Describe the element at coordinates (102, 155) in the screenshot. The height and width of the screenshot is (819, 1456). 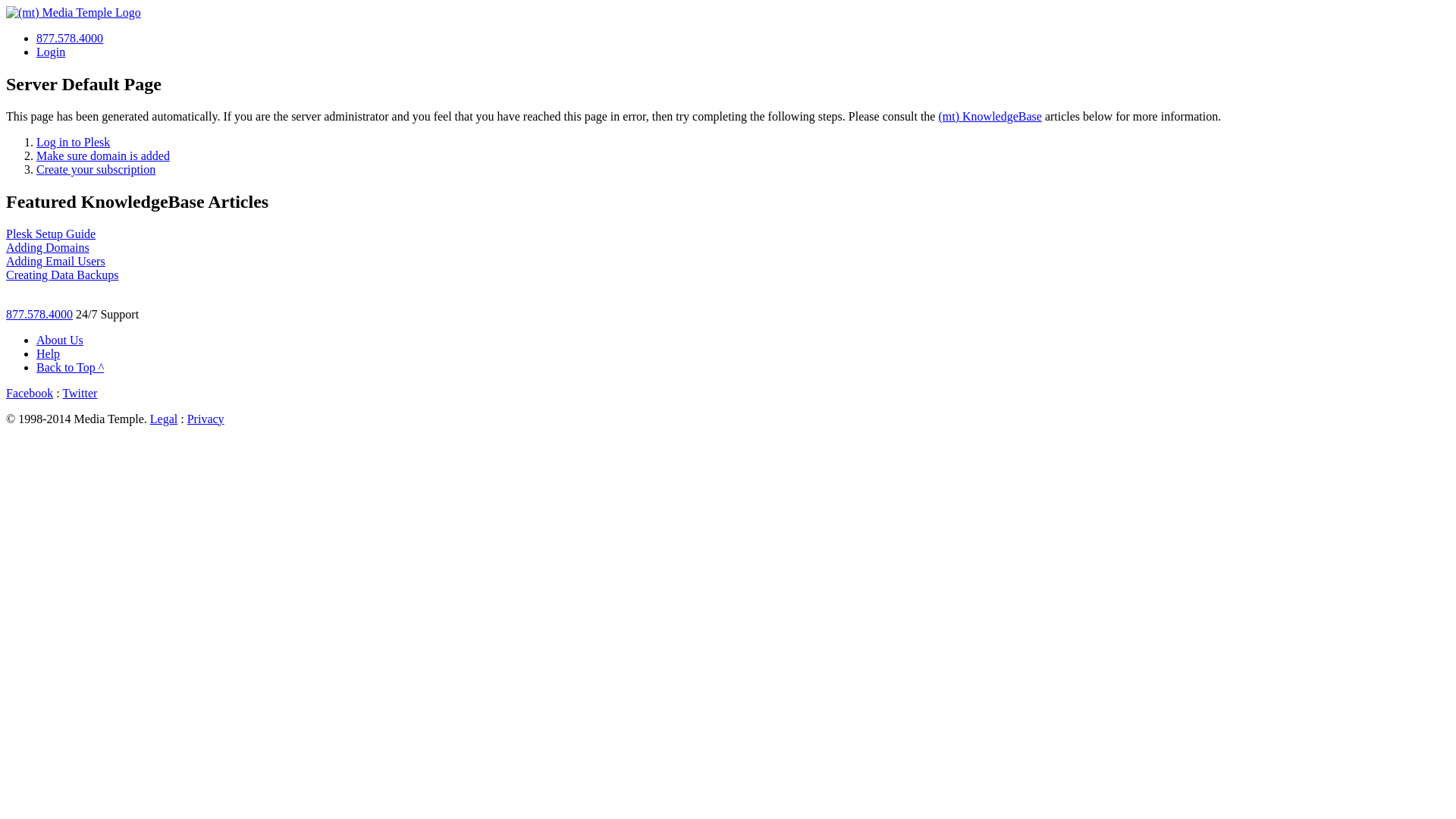
I see `'Make sure domain is added'` at that location.